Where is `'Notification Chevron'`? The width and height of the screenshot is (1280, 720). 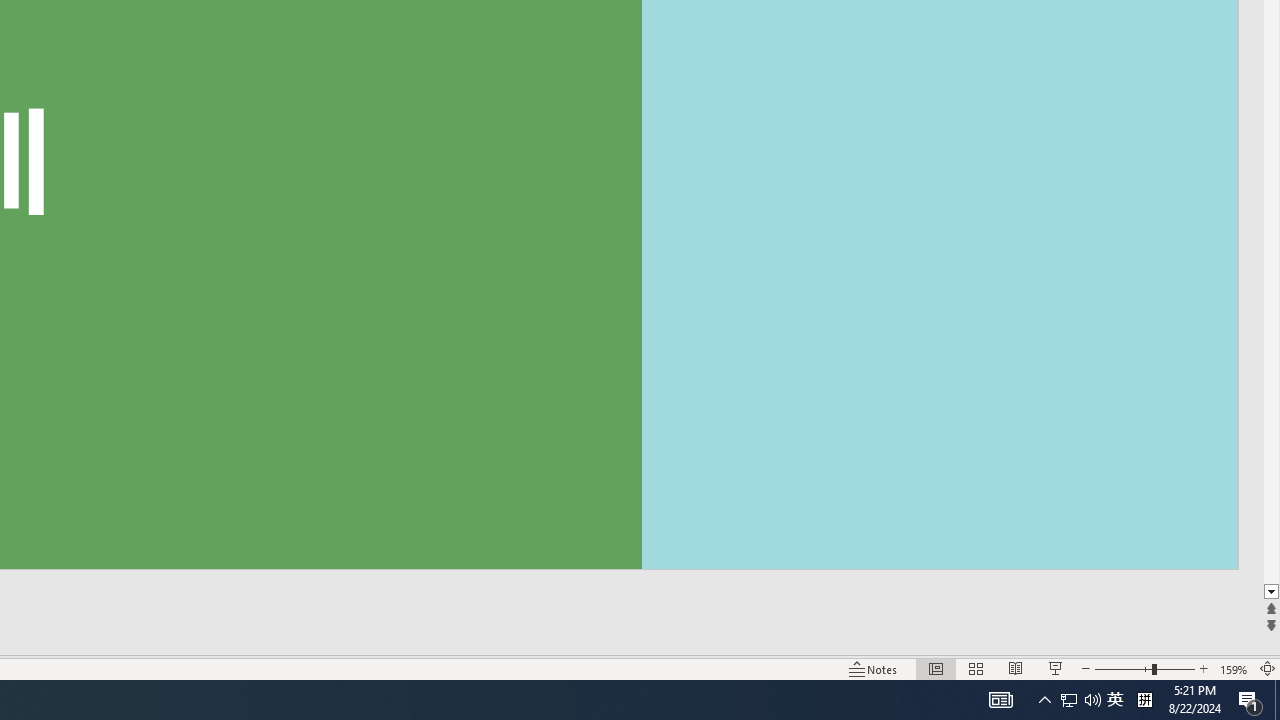
'Notification Chevron' is located at coordinates (1068, 698).